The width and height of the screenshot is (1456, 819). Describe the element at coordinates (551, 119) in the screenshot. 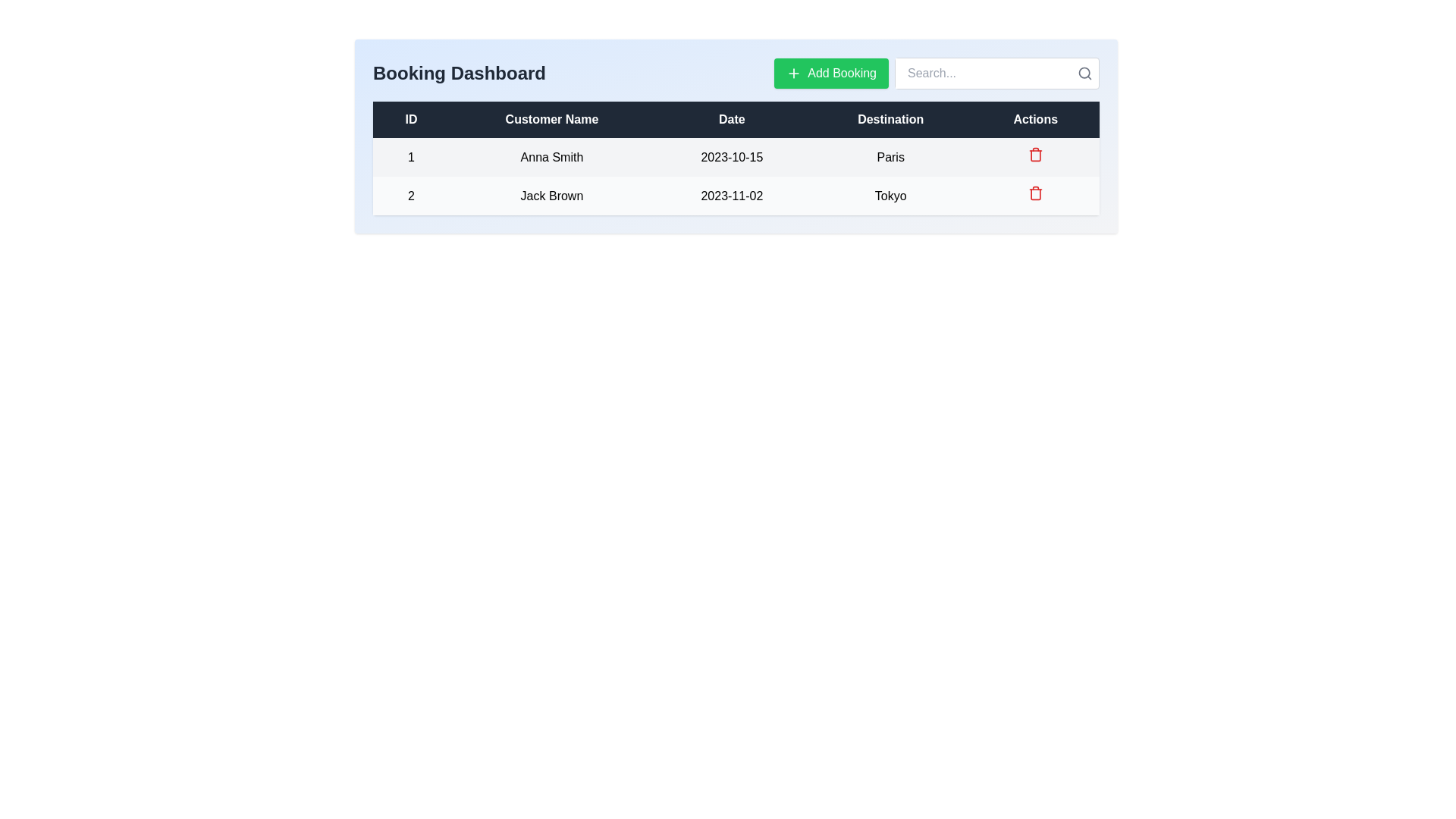

I see `the 'Customer Name' text label element, which is the second column header in the table layout, displaying prominently on a dark background` at that location.